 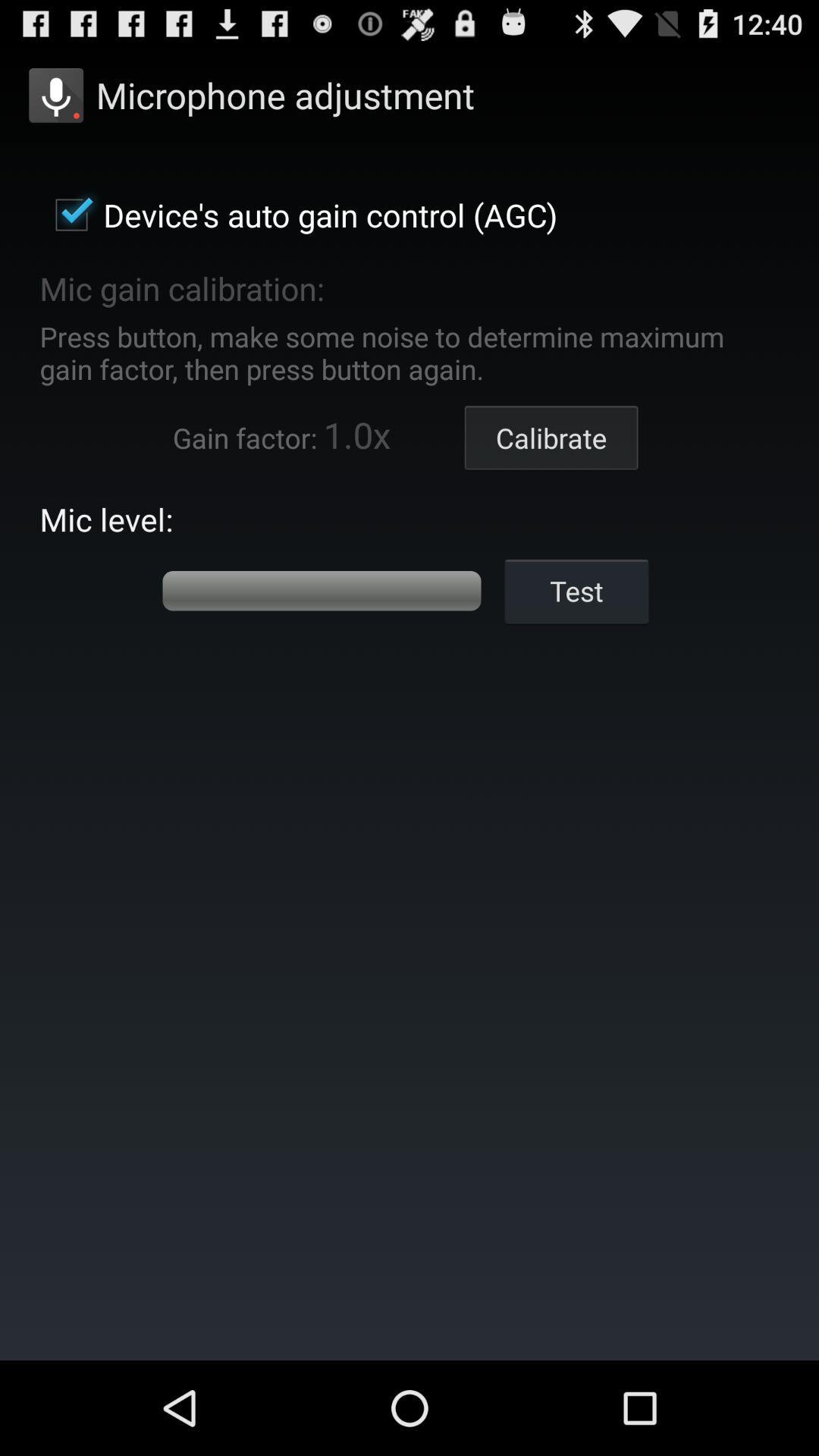 I want to click on the icon on the top left corner of the web page, so click(x=55, y=94).